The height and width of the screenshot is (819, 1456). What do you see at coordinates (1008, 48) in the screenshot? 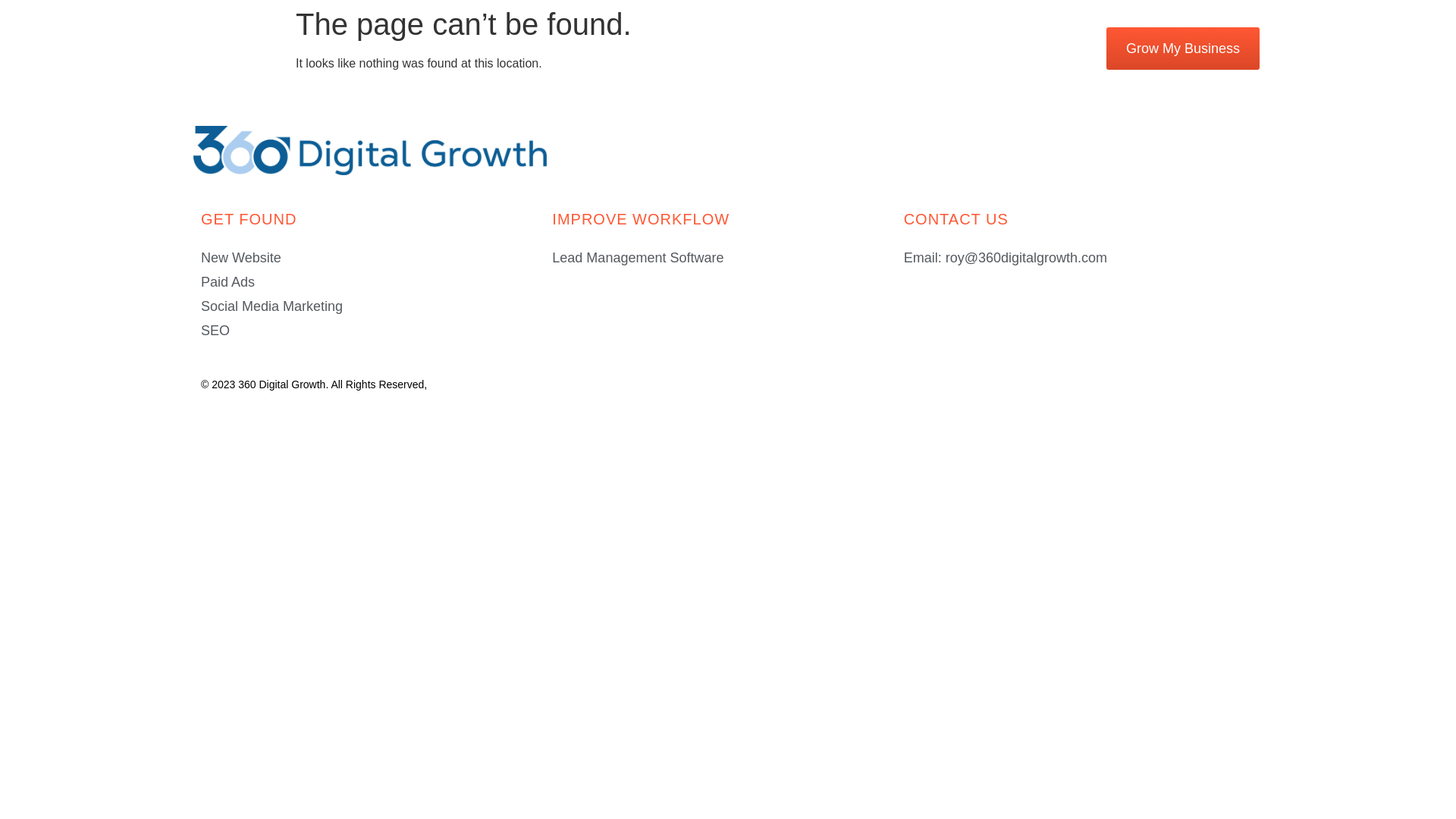
I see `'(800) 344-6516'` at bounding box center [1008, 48].